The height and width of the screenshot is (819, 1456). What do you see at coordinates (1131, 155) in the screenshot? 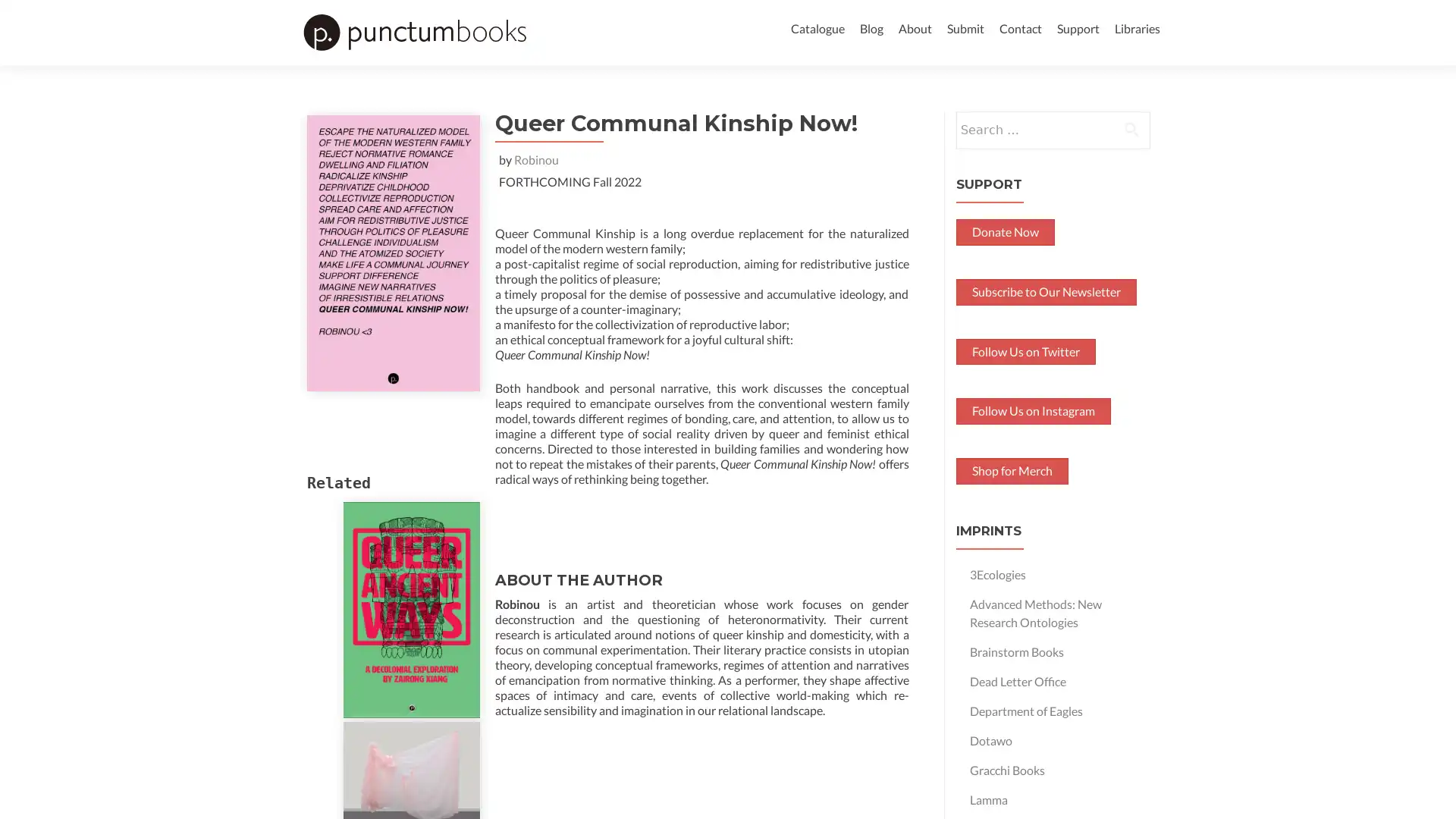
I see `Search` at bounding box center [1131, 155].